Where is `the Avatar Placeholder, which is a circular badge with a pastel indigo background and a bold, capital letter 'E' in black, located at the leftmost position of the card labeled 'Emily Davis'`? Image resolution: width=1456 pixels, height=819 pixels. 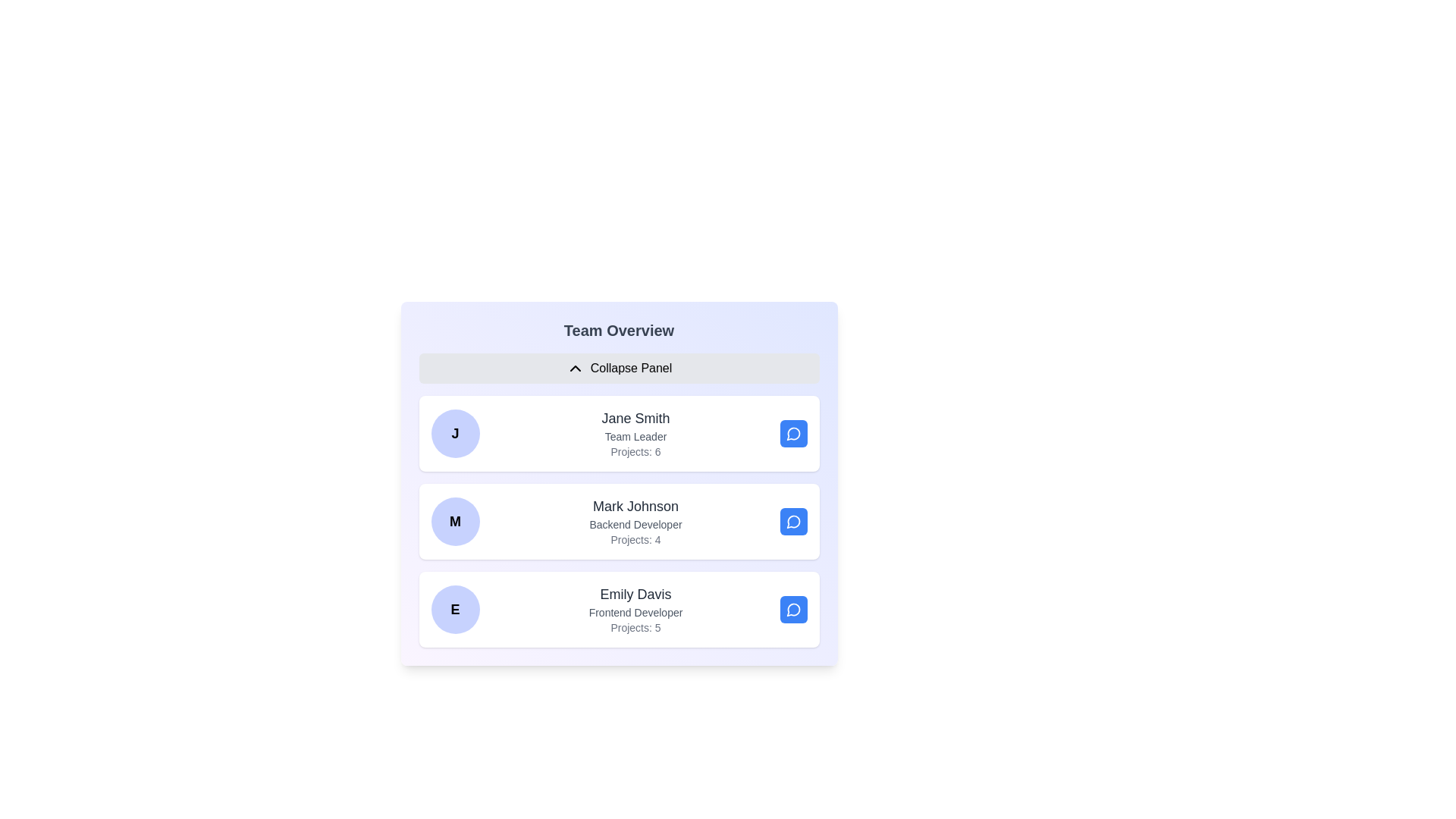
the Avatar Placeholder, which is a circular badge with a pastel indigo background and a bold, capital letter 'E' in black, located at the leftmost position of the card labeled 'Emily Davis' is located at coordinates (454, 608).